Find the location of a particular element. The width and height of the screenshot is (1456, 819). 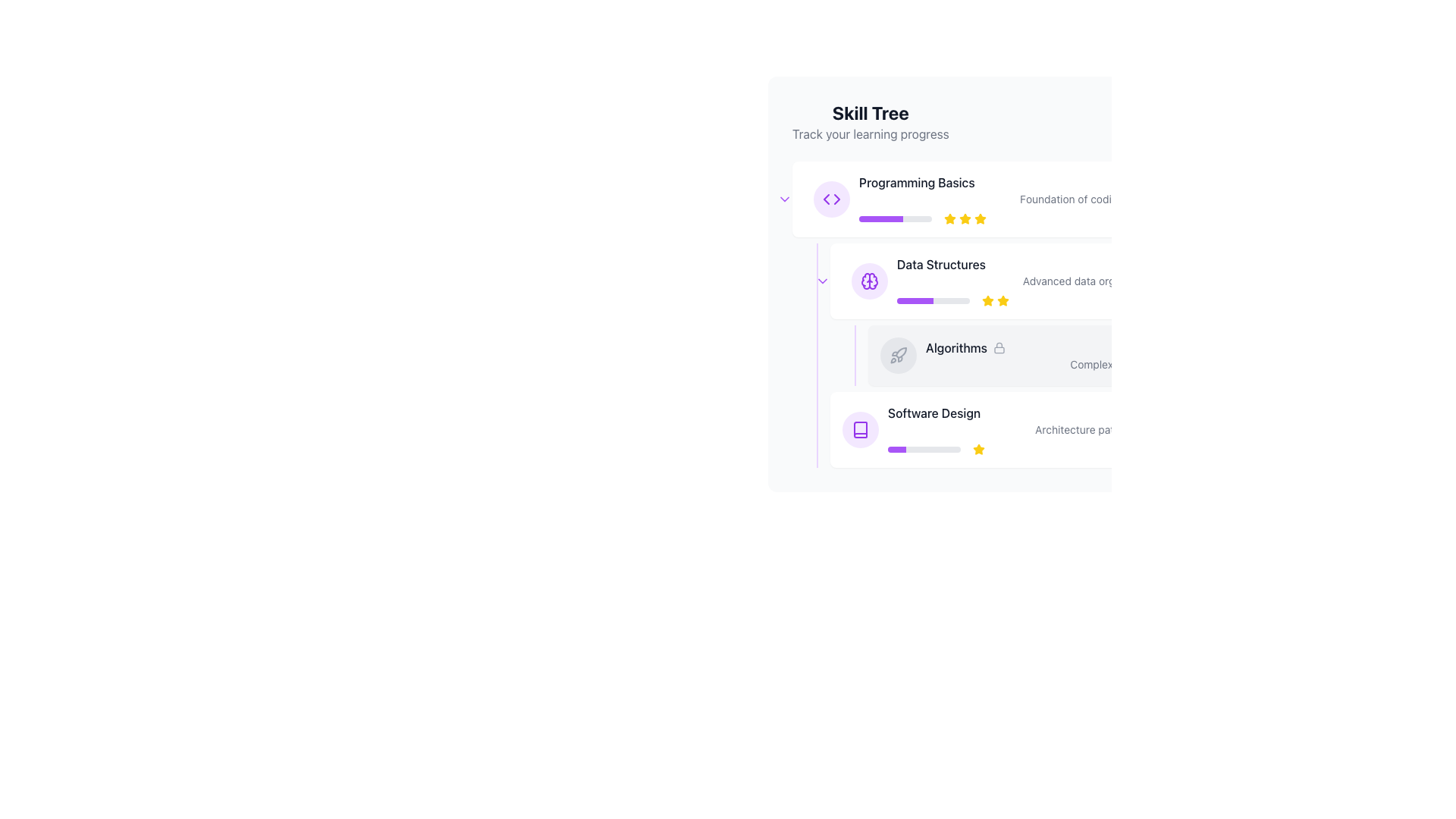

the third star icon representing a rating for the 'Data Structures' topic is located at coordinates (1003, 300).